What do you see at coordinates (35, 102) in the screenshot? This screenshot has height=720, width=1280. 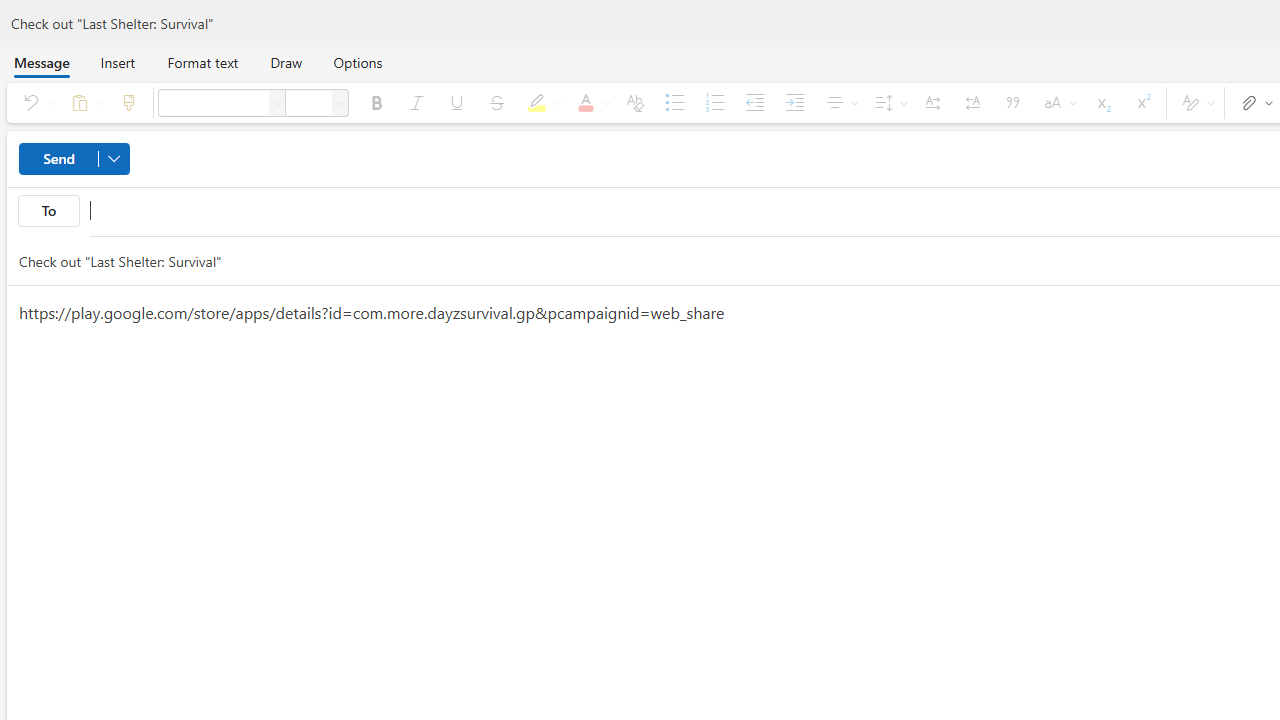 I see `'Undo'` at bounding box center [35, 102].